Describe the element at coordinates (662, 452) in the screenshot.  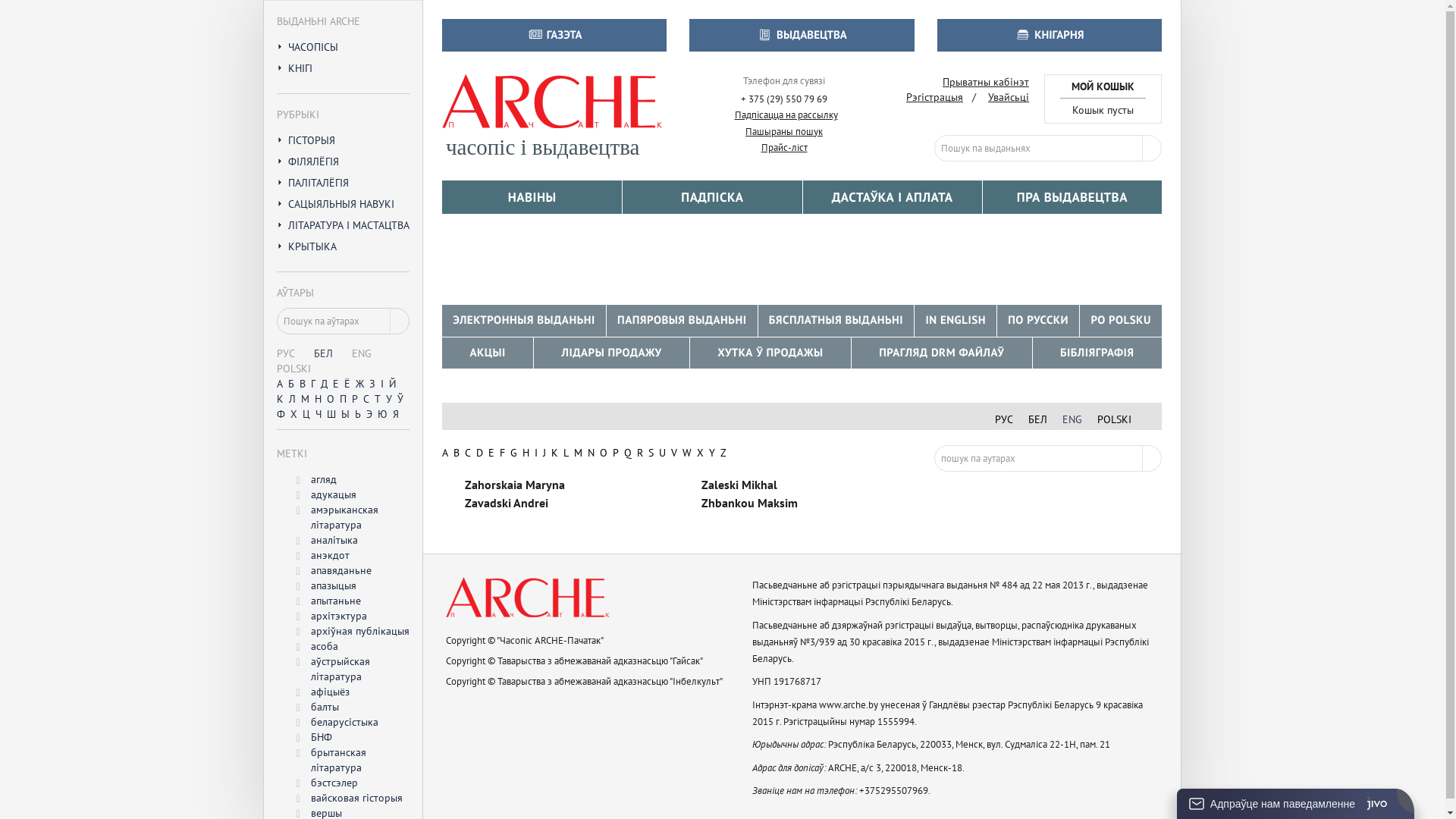
I see `'U'` at that location.